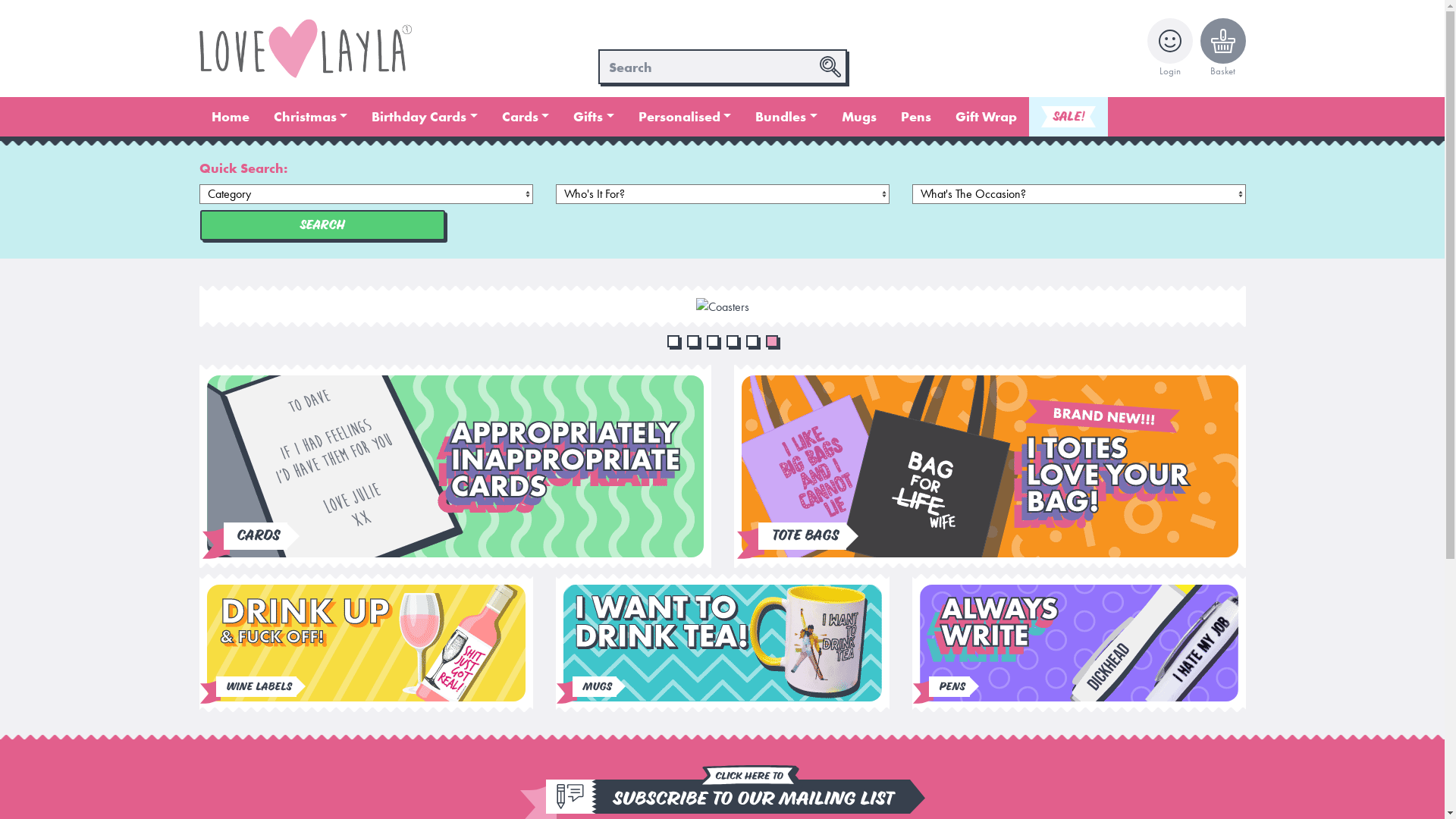 This screenshot has height=819, width=1456. I want to click on 'Cards', so click(526, 116).